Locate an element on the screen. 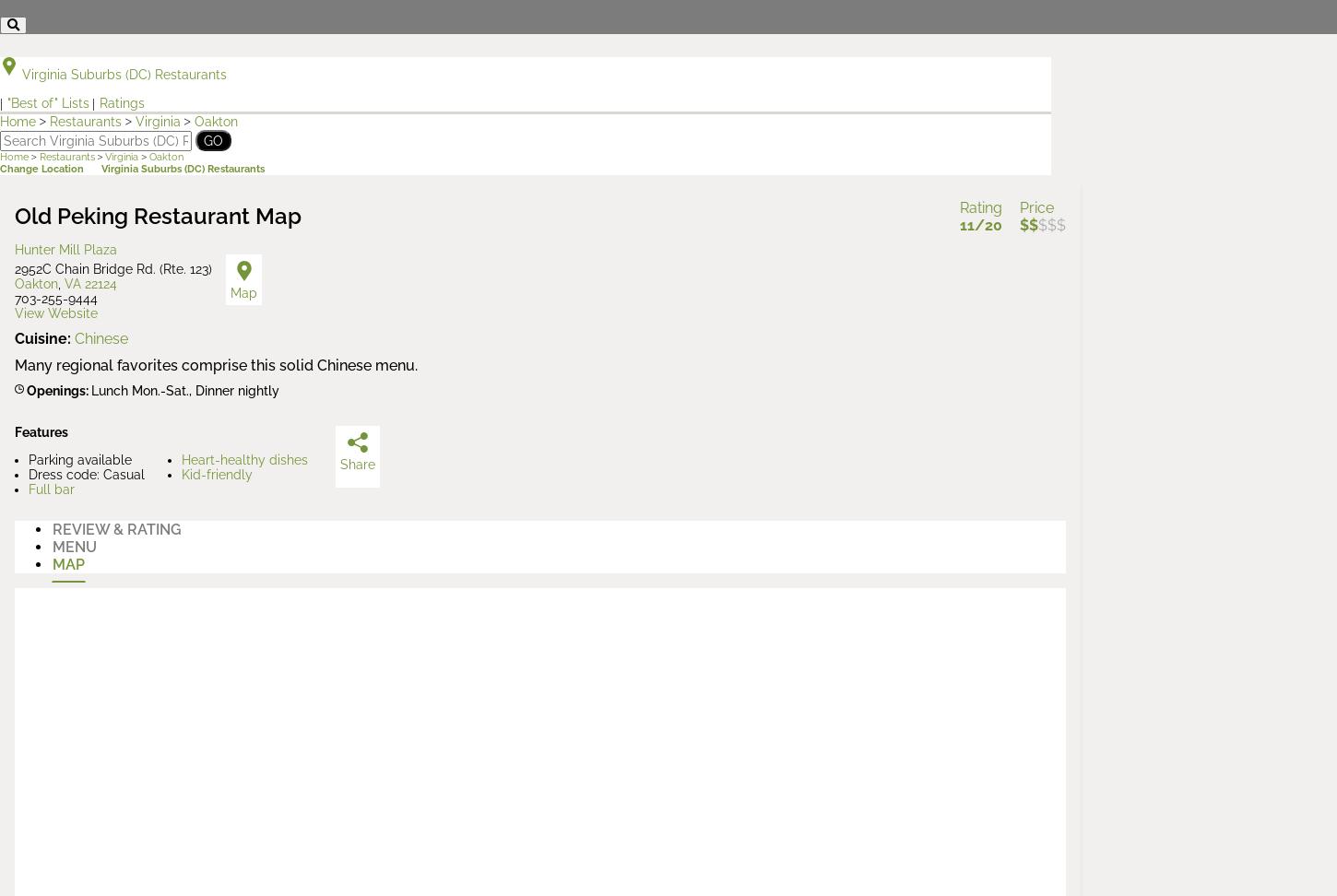 This screenshot has height=896, width=1337. 'Change Location' is located at coordinates (41, 168).